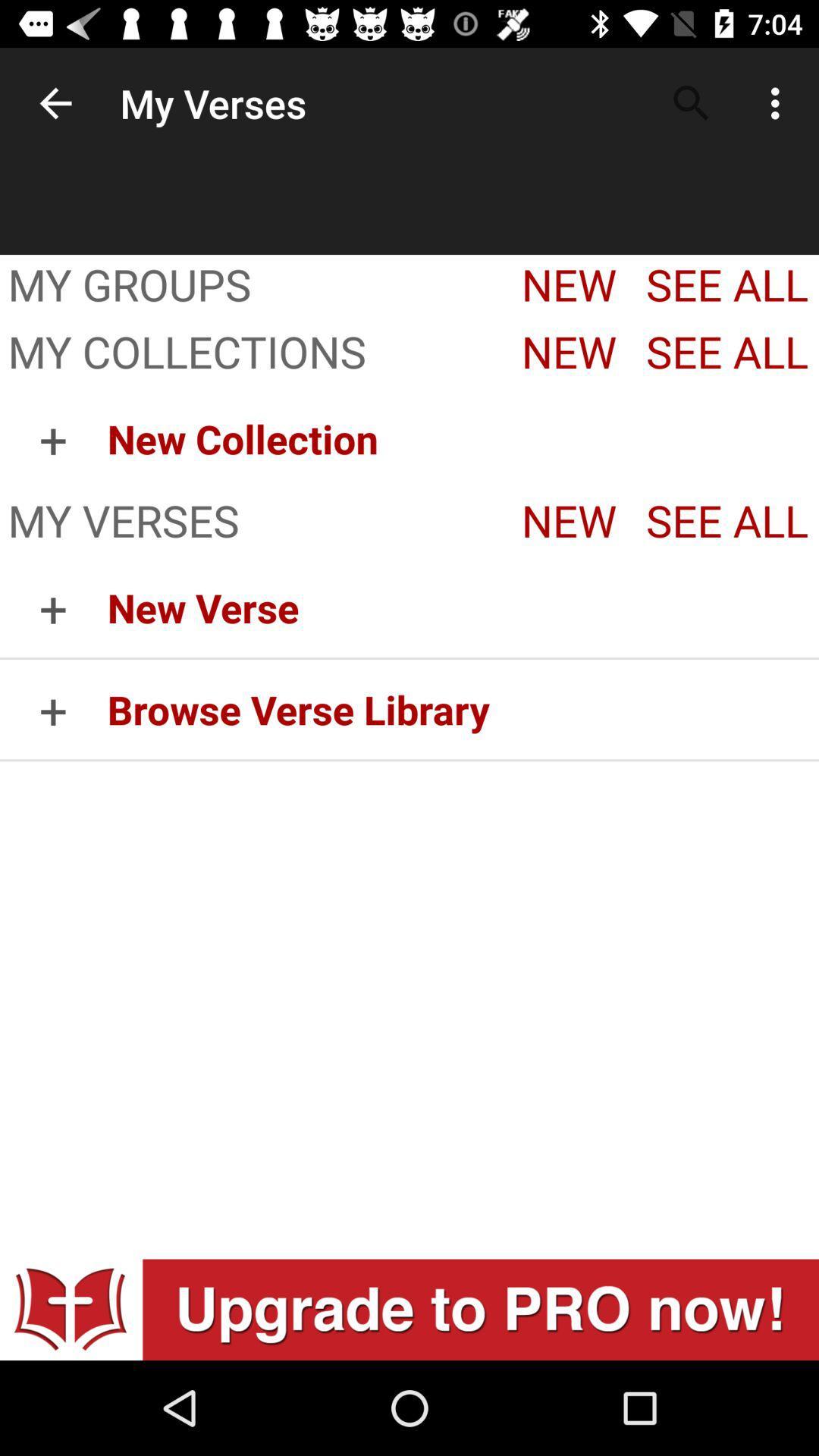  Describe the element at coordinates (462, 438) in the screenshot. I see `item to the right of + icon` at that location.